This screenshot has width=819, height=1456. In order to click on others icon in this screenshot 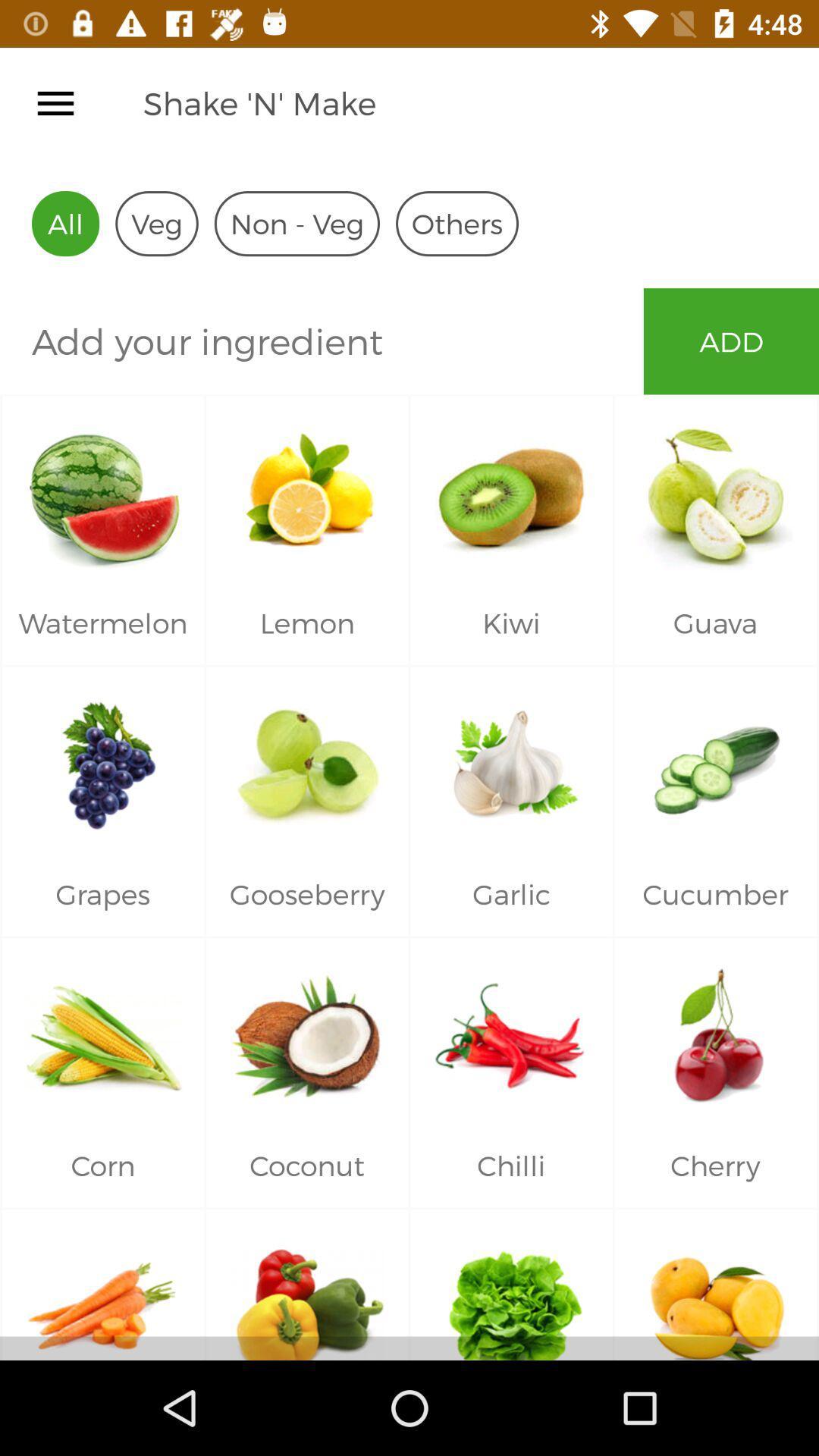, I will do `click(456, 223)`.